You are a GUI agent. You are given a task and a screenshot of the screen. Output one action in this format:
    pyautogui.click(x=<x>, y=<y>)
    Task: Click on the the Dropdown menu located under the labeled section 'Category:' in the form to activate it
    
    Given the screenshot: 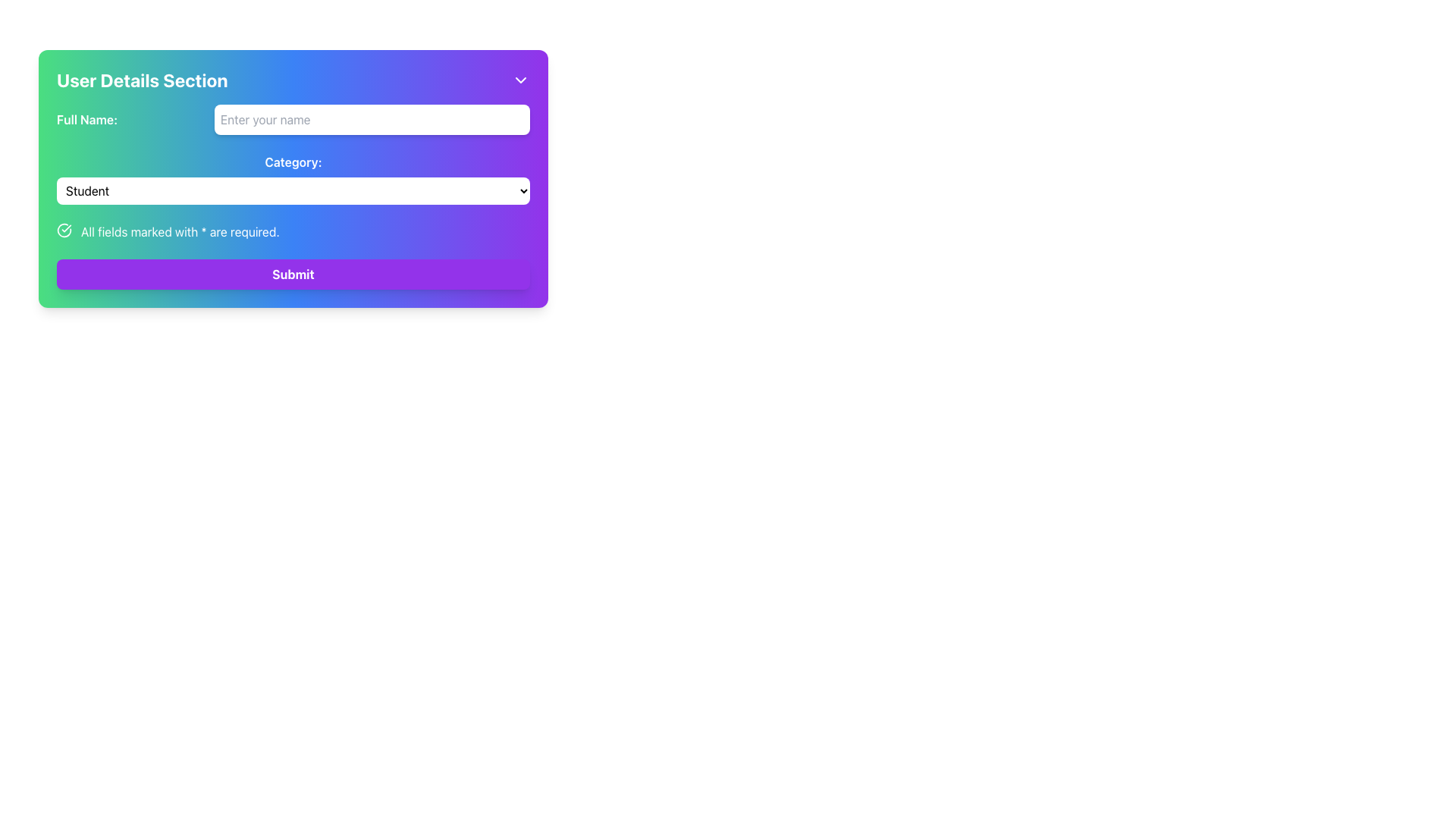 What is the action you would take?
    pyautogui.click(x=293, y=177)
    